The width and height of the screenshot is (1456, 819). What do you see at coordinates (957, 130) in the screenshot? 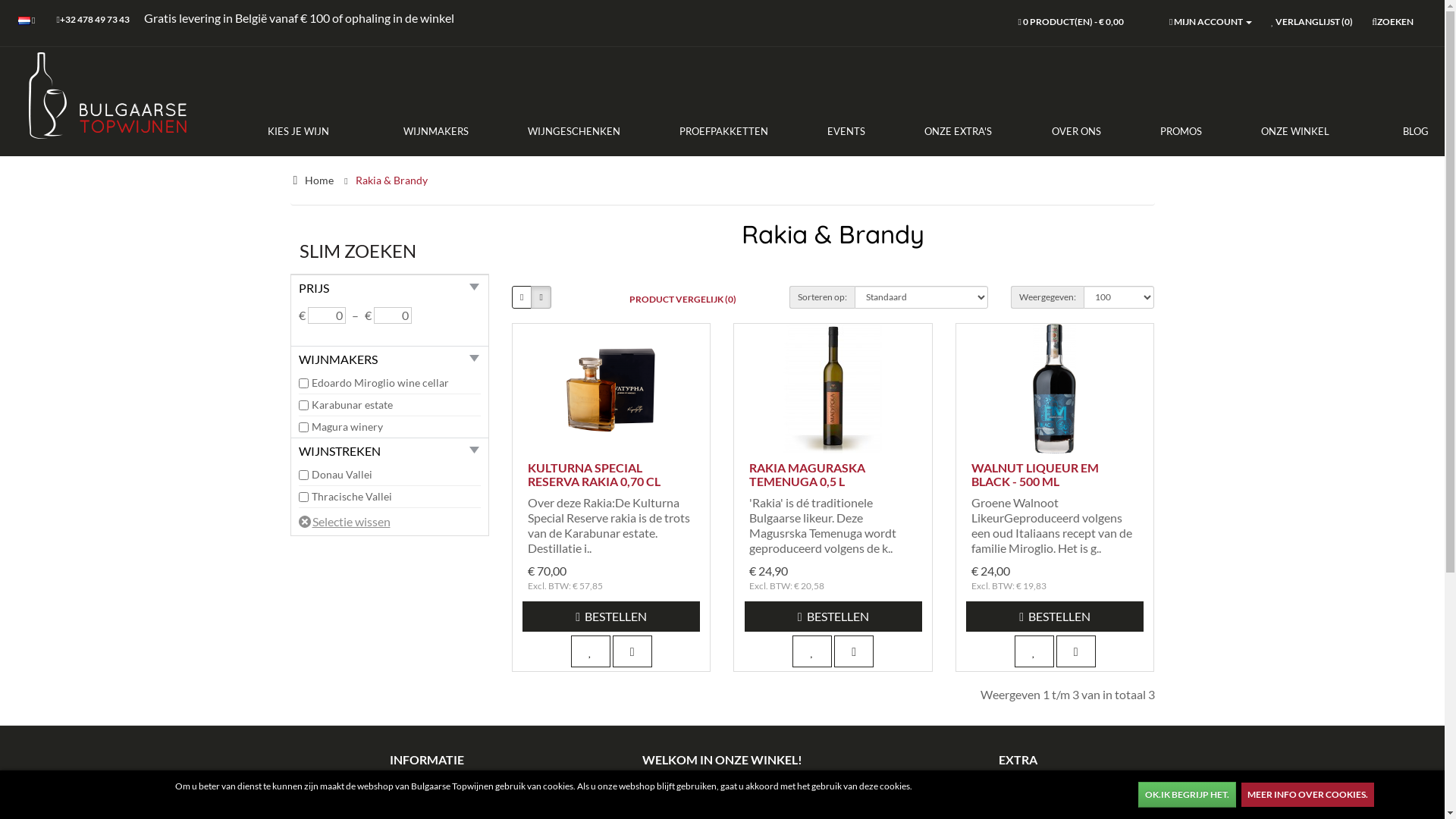
I see `'ONZE EXTRA'S'` at bounding box center [957, 130].